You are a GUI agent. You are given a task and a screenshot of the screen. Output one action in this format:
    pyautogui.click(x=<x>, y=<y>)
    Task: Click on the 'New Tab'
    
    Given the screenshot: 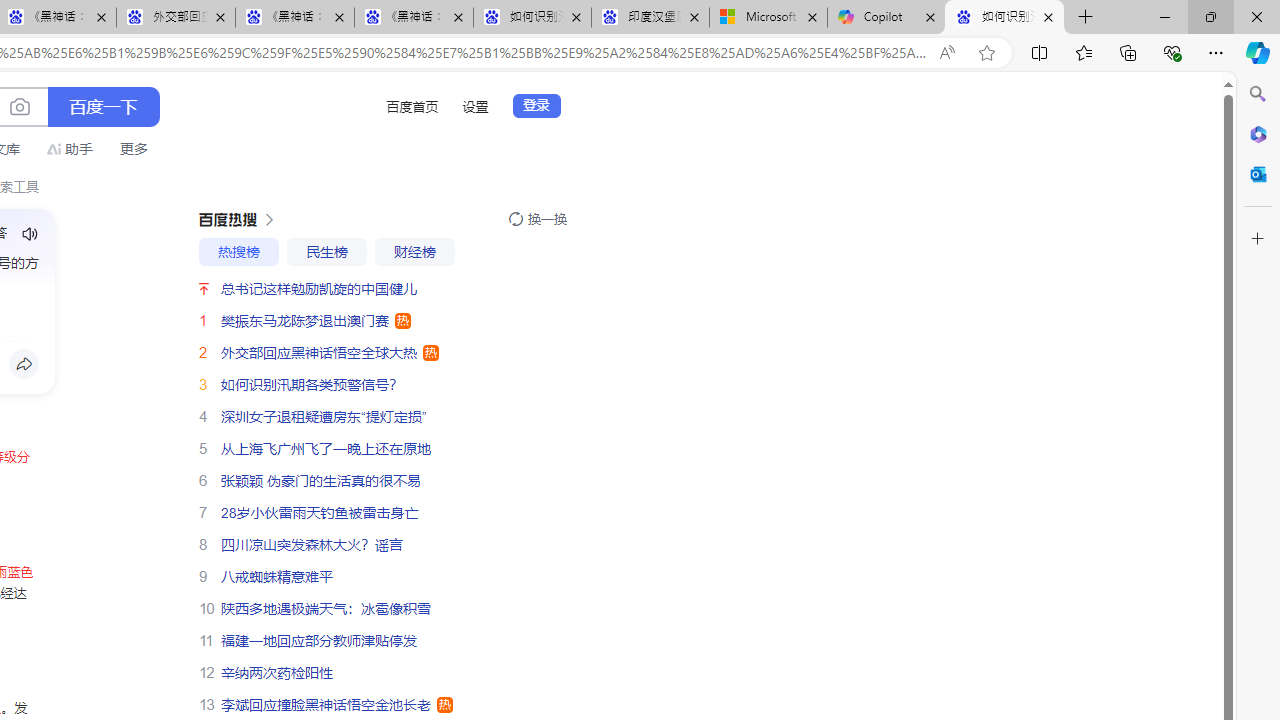 What is the action you would take?
    pyautogui.click(x=1085, y=17)
    